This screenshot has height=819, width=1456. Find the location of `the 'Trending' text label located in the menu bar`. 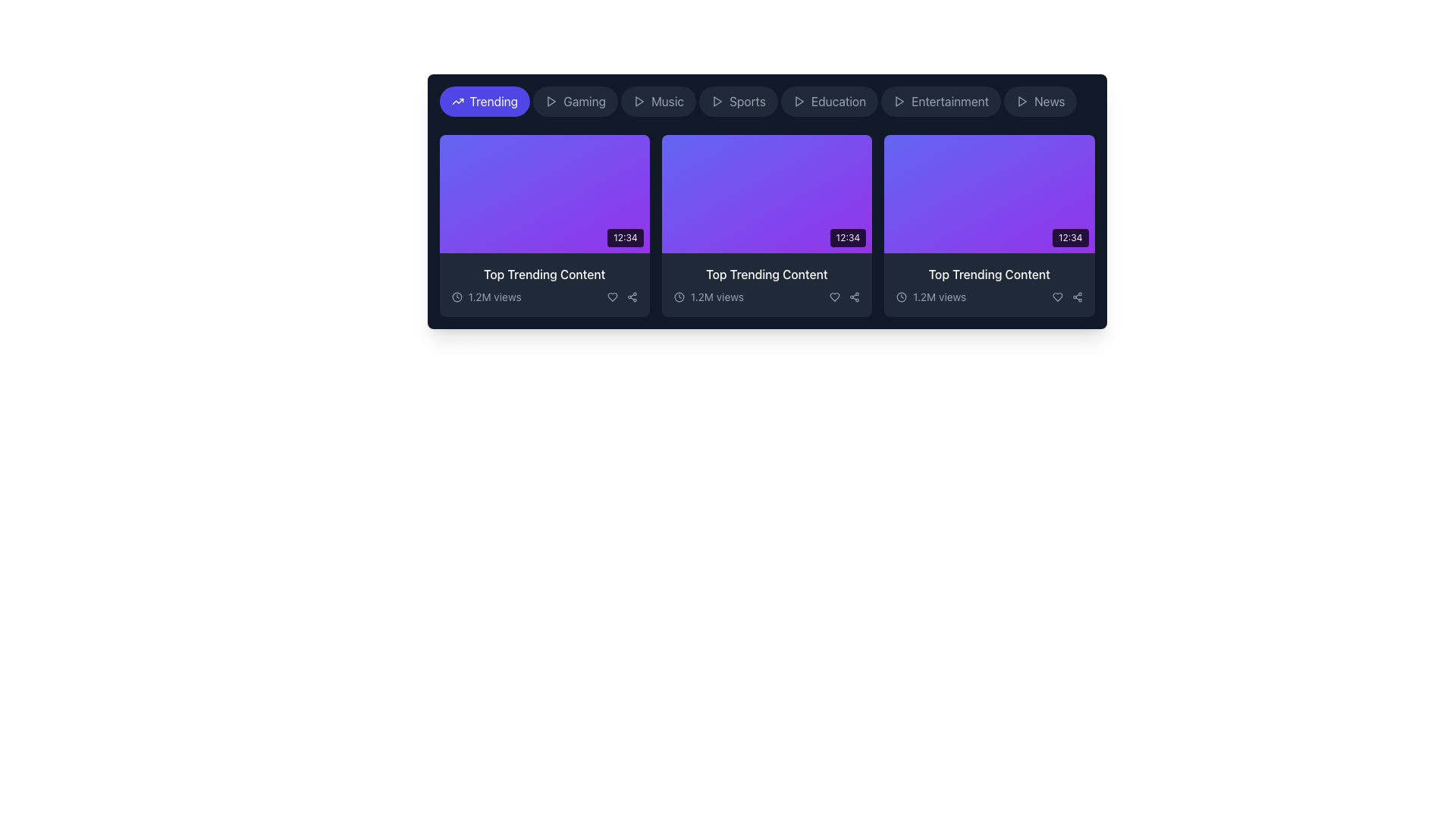

the 'Trending' text label located in the menu bar is located at coordinates (494, 102).